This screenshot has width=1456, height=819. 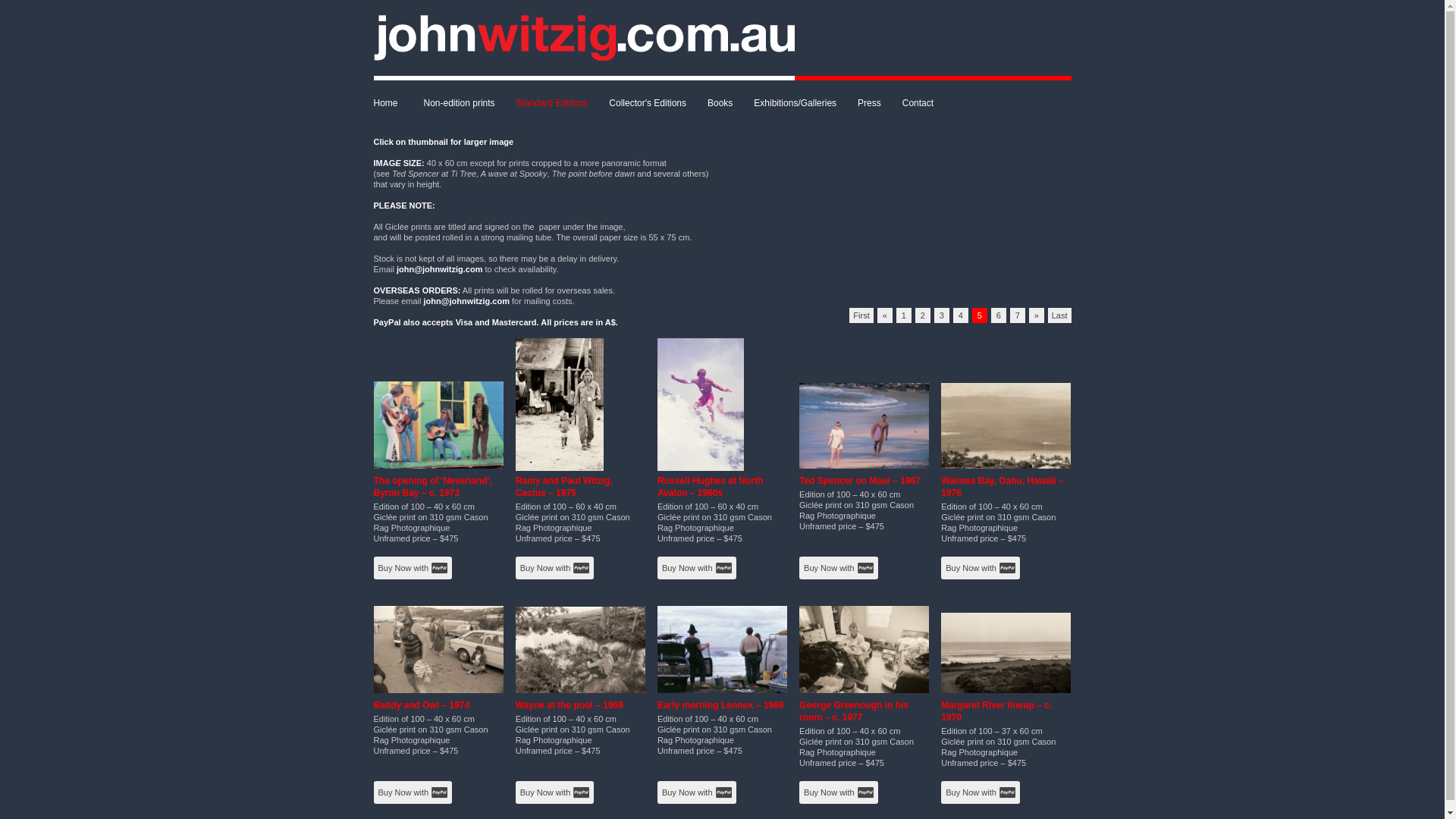 What do you see at coordinates (941, 315) in the screenshot?
I see `'3'` at bounding box center [941, 315].